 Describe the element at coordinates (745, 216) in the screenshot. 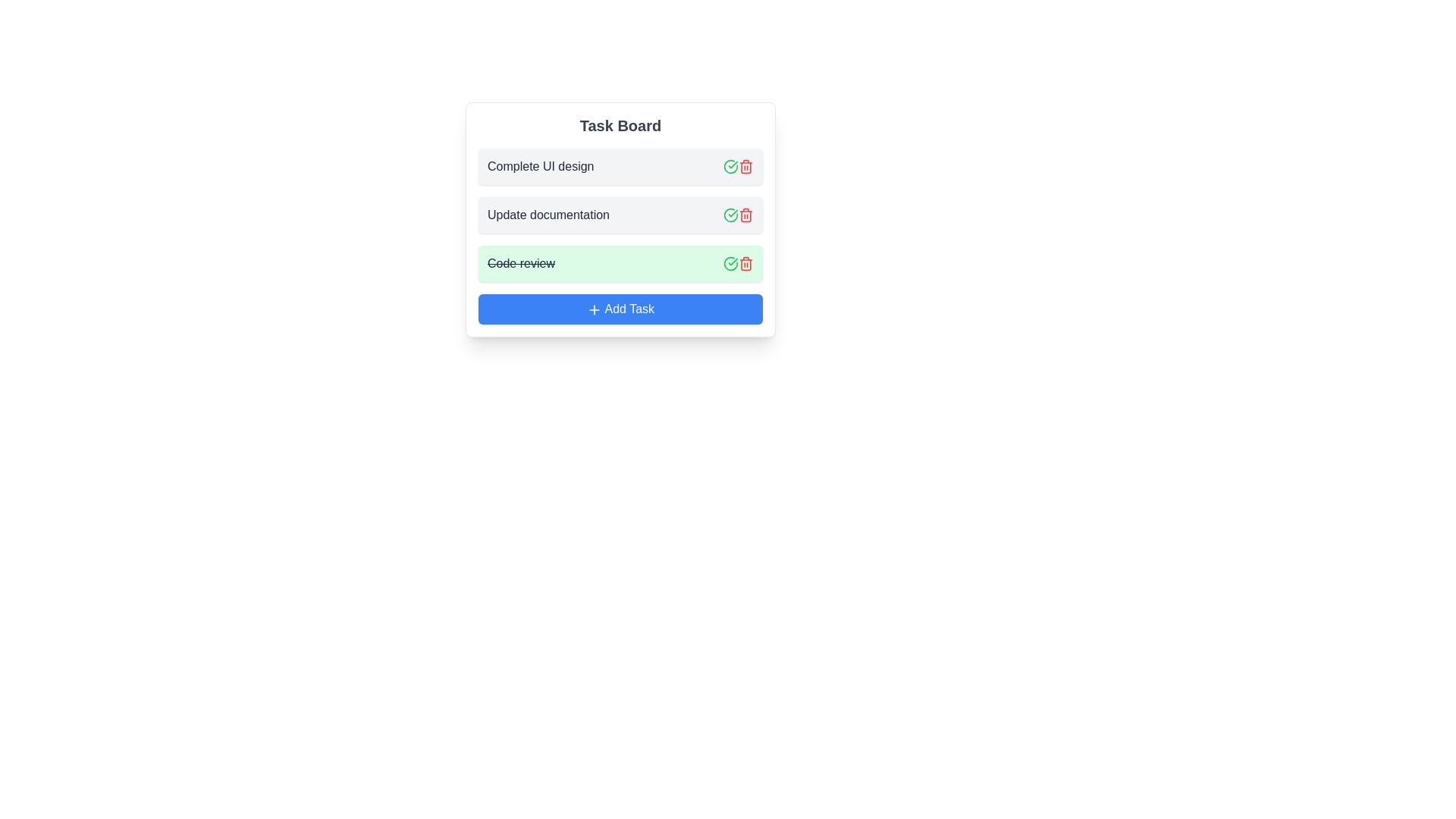

I see `the central part of the trash icon located at the right-hand side of the row for the task 'Update documentation' in the task management interface` at that location.